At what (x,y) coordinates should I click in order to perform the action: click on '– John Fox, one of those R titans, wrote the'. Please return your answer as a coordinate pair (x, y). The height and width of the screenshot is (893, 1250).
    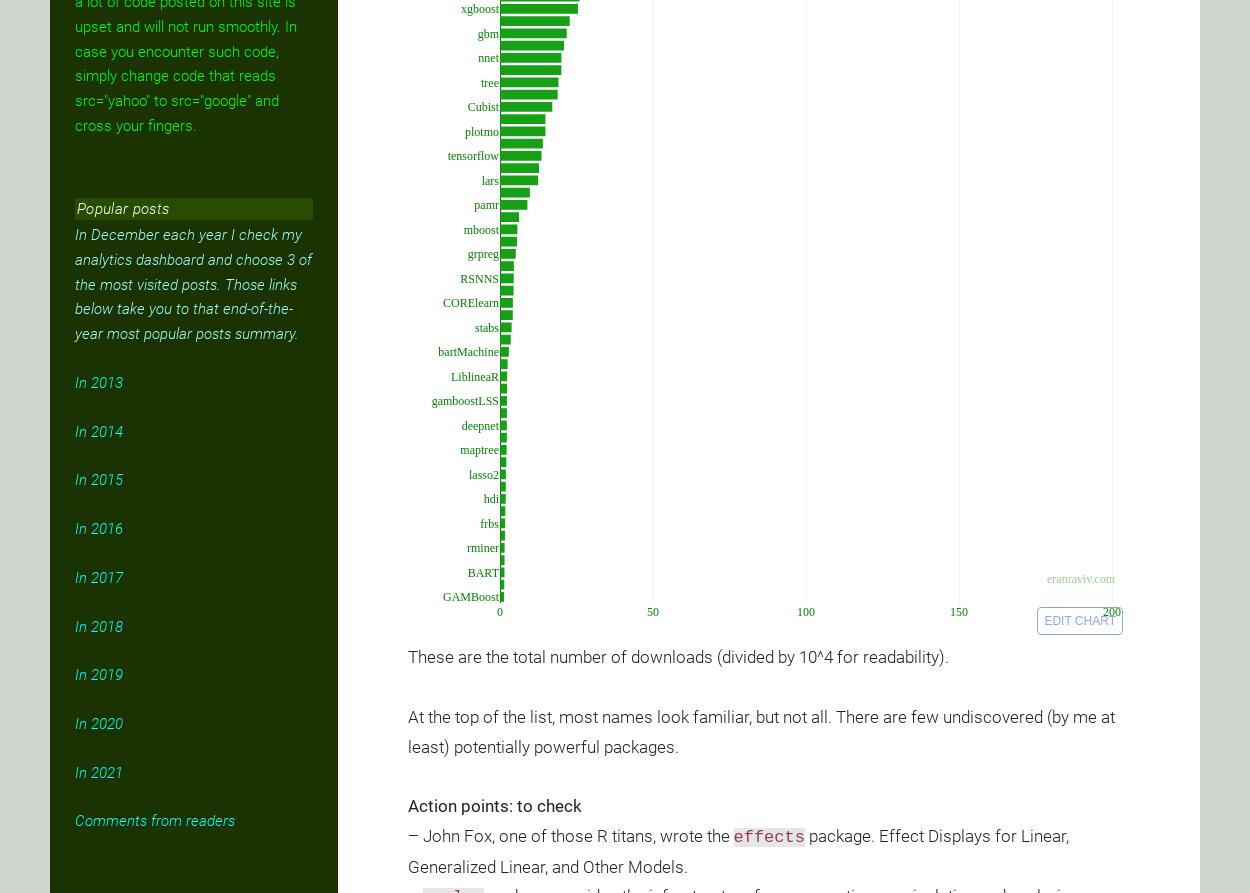
    Looking at the image, I should click on (569, 834).